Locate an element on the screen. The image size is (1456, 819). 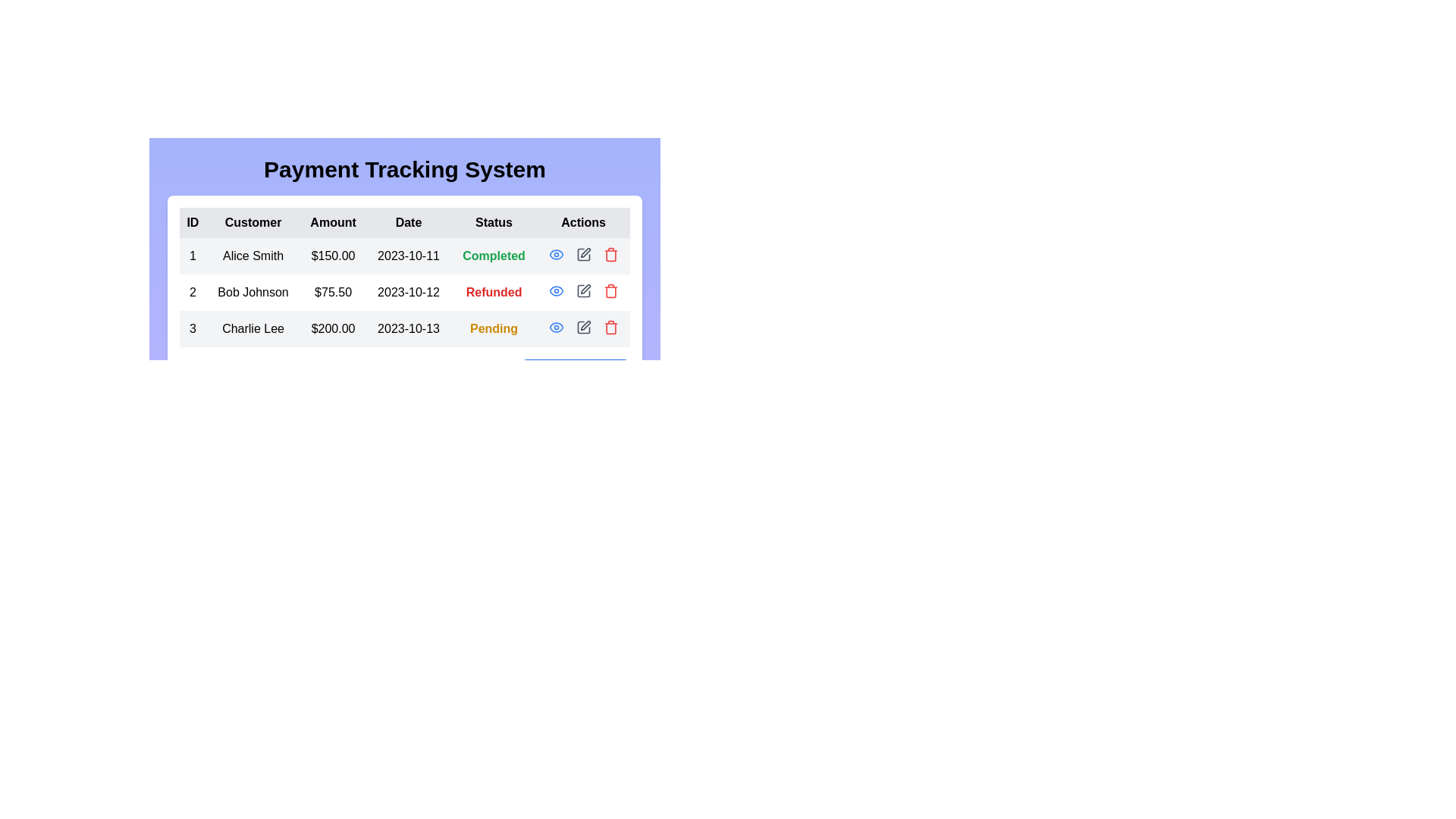
the 'Completed' status label for customer 'Alice Smith', which is displayed in bold green font in the 'Status' column of the table is located at coordinates (494, 256).